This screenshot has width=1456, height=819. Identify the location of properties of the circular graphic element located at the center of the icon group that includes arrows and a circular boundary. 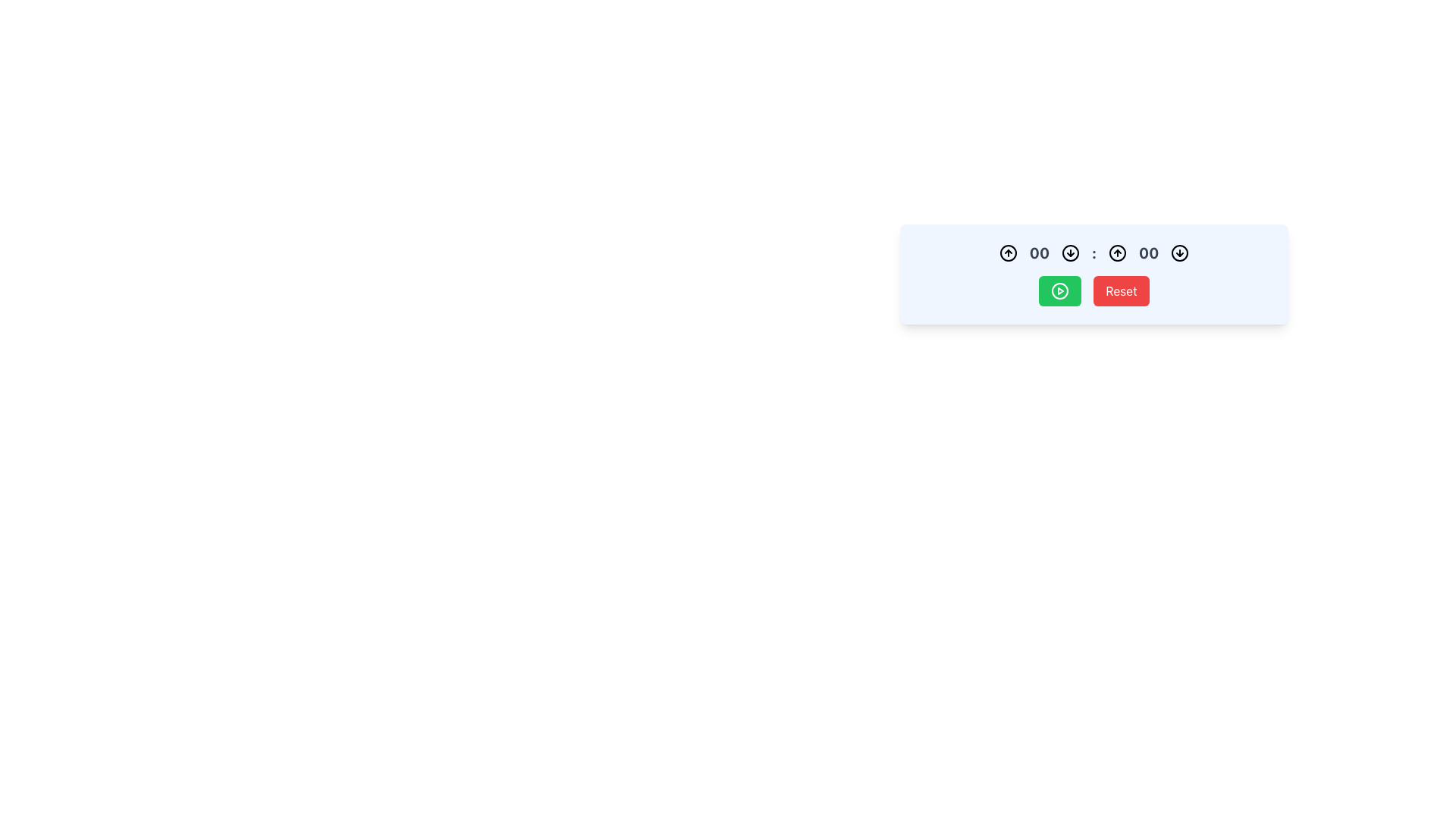
(1069, 253).